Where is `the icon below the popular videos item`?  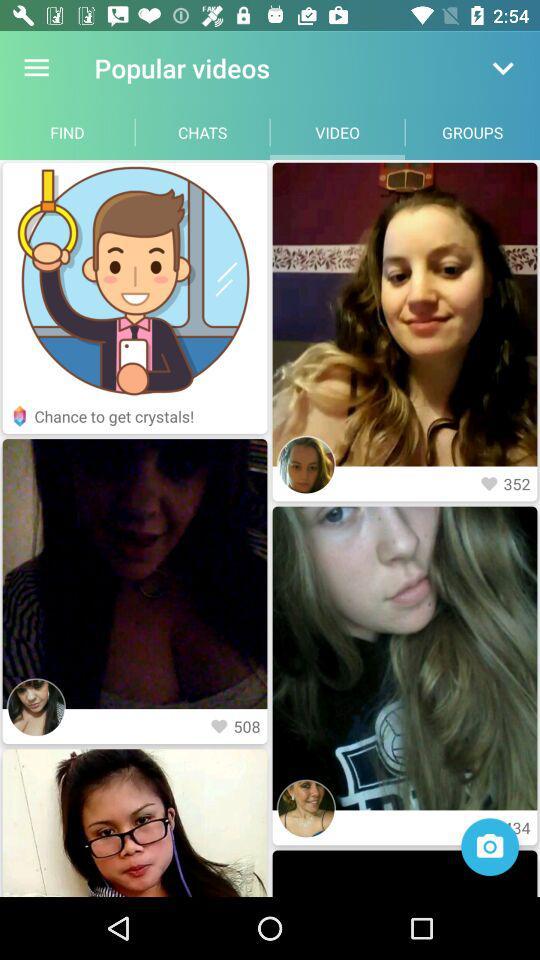 the icon below the popular videos item is located at coordinates (202, 131).